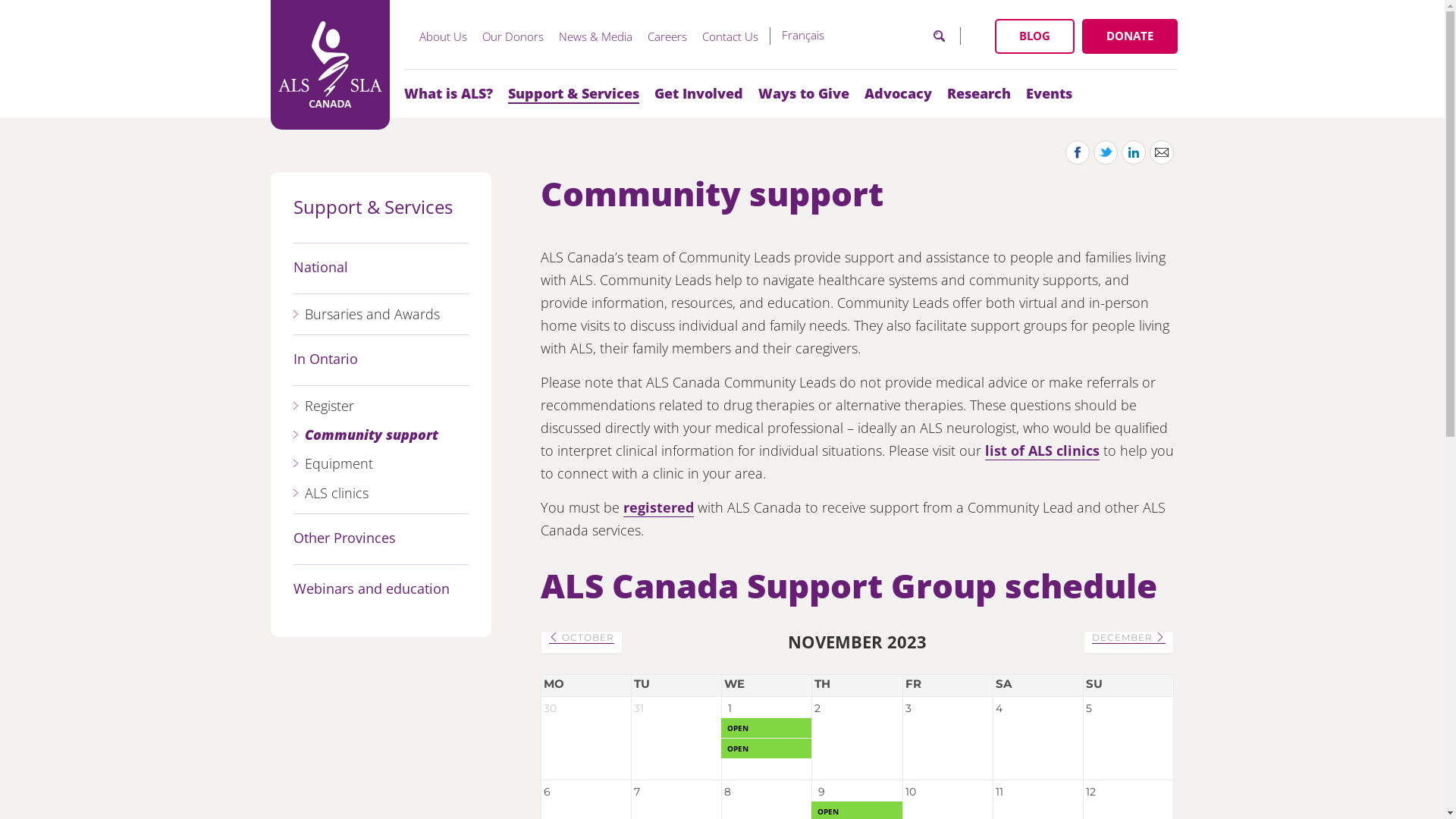  I want to click on 'Share on Twitter', so click(1106, 152).